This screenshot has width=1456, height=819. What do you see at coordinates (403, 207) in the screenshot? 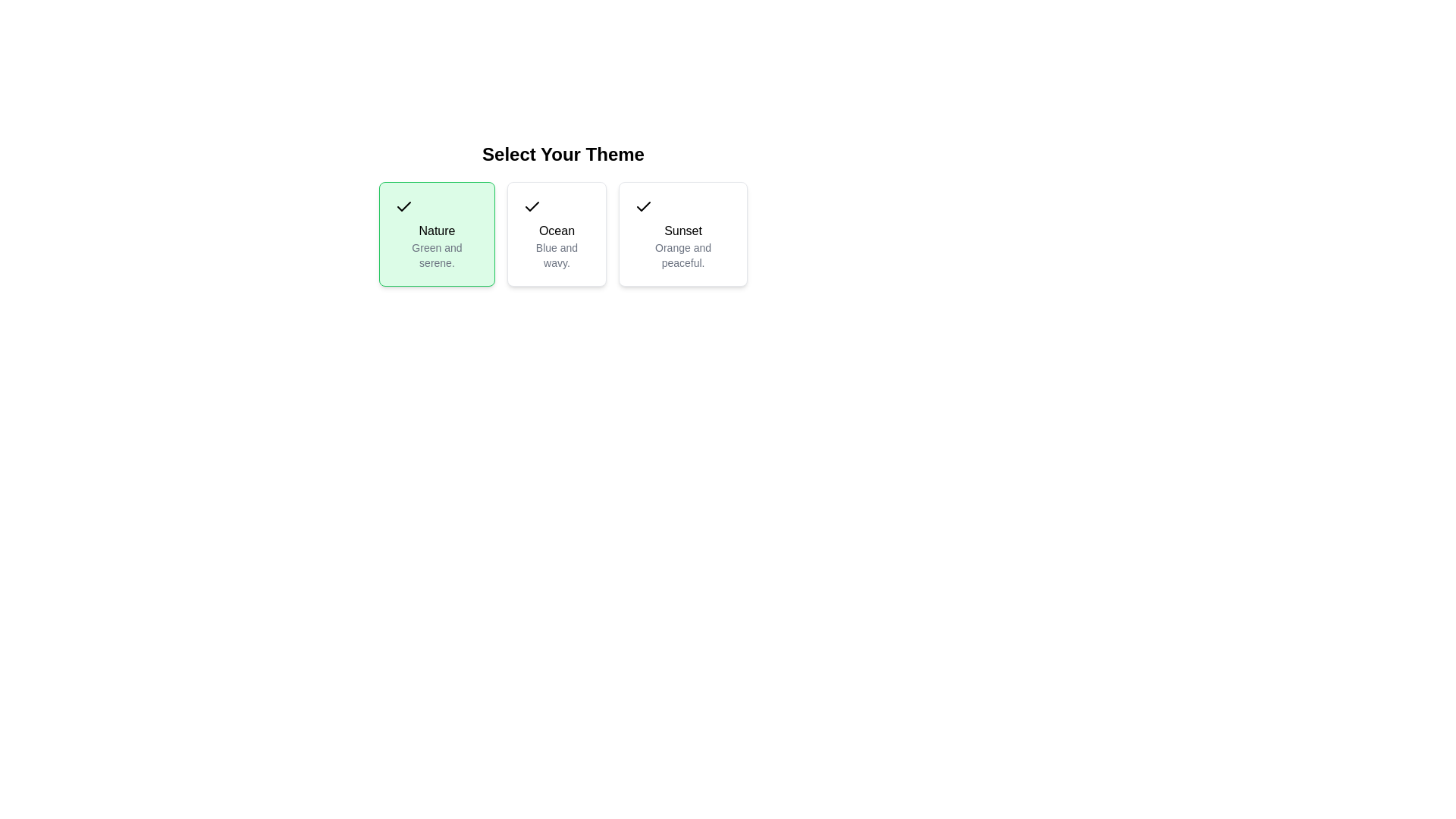
I see `the checkmark icon representing the selection of the 'Nature' theme option, located in the top-left corner of the green rectangle in the first card under 'Select Your Theme'` at bounding box center [403, 207].